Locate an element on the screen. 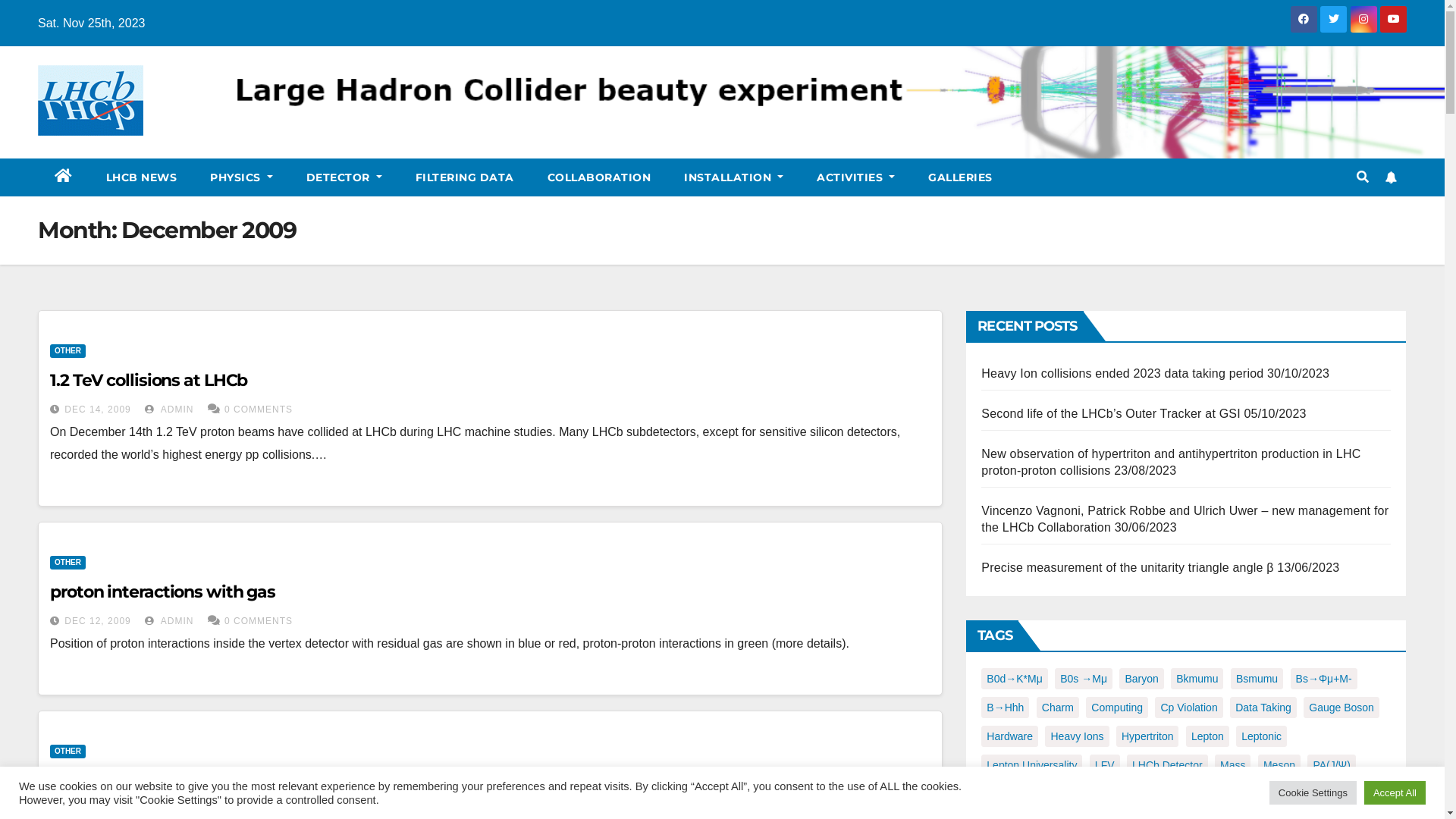 The width and height of the screenshot is (1456, 819). 'Data Taking' is located at coordinates (1230, 708).